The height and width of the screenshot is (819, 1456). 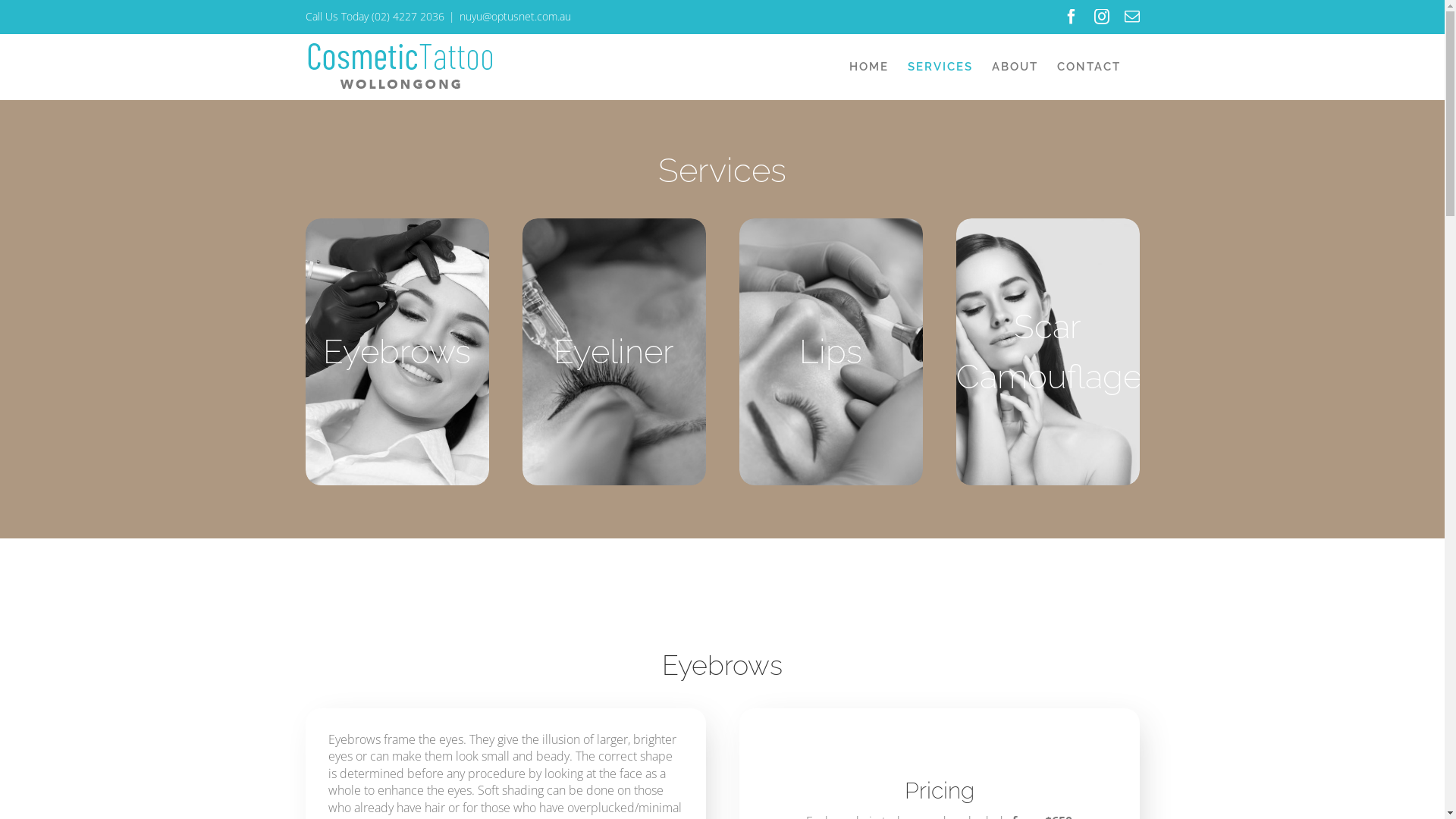 I want to click on 'Instagram', so click(x=1093, y=17).